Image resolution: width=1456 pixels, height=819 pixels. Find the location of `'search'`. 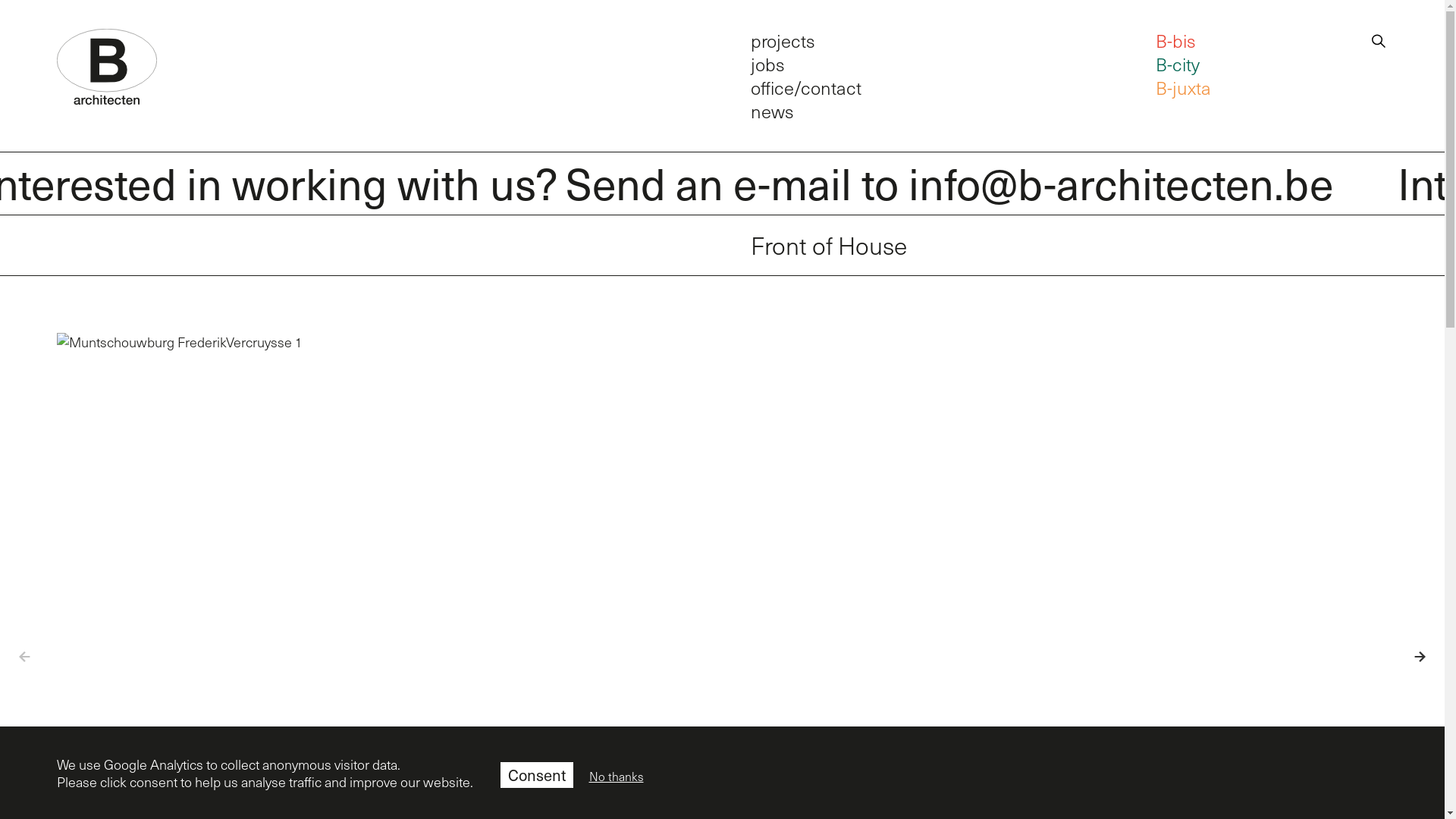

'search' is located at coordinates (1379, 37).